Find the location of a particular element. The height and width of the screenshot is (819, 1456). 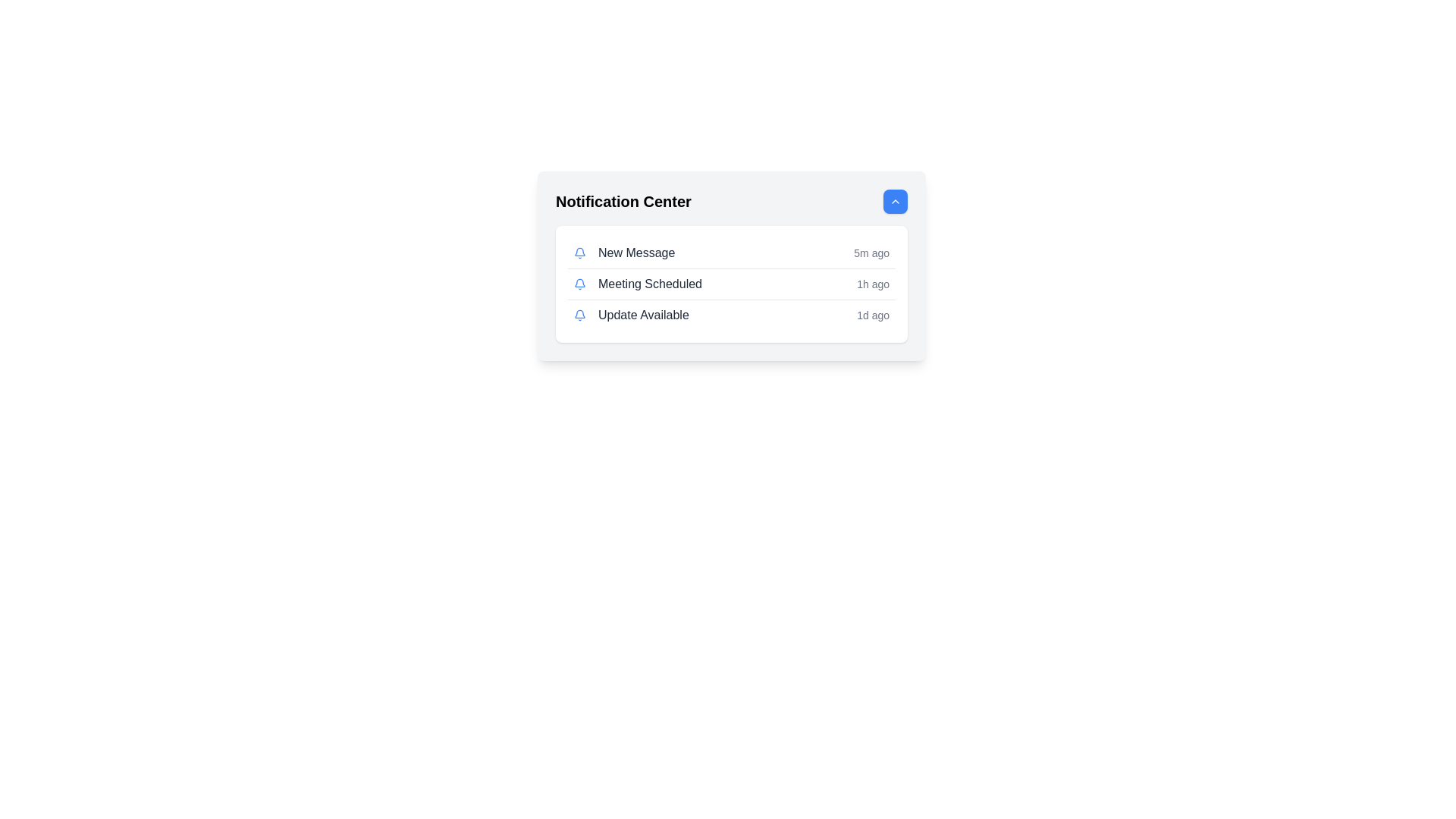

the second notification in the Notification Center labeled 'Meeting Scheduled', which is located below 'New Message' and above 'Update Available' is located at coordinates (731, 284).